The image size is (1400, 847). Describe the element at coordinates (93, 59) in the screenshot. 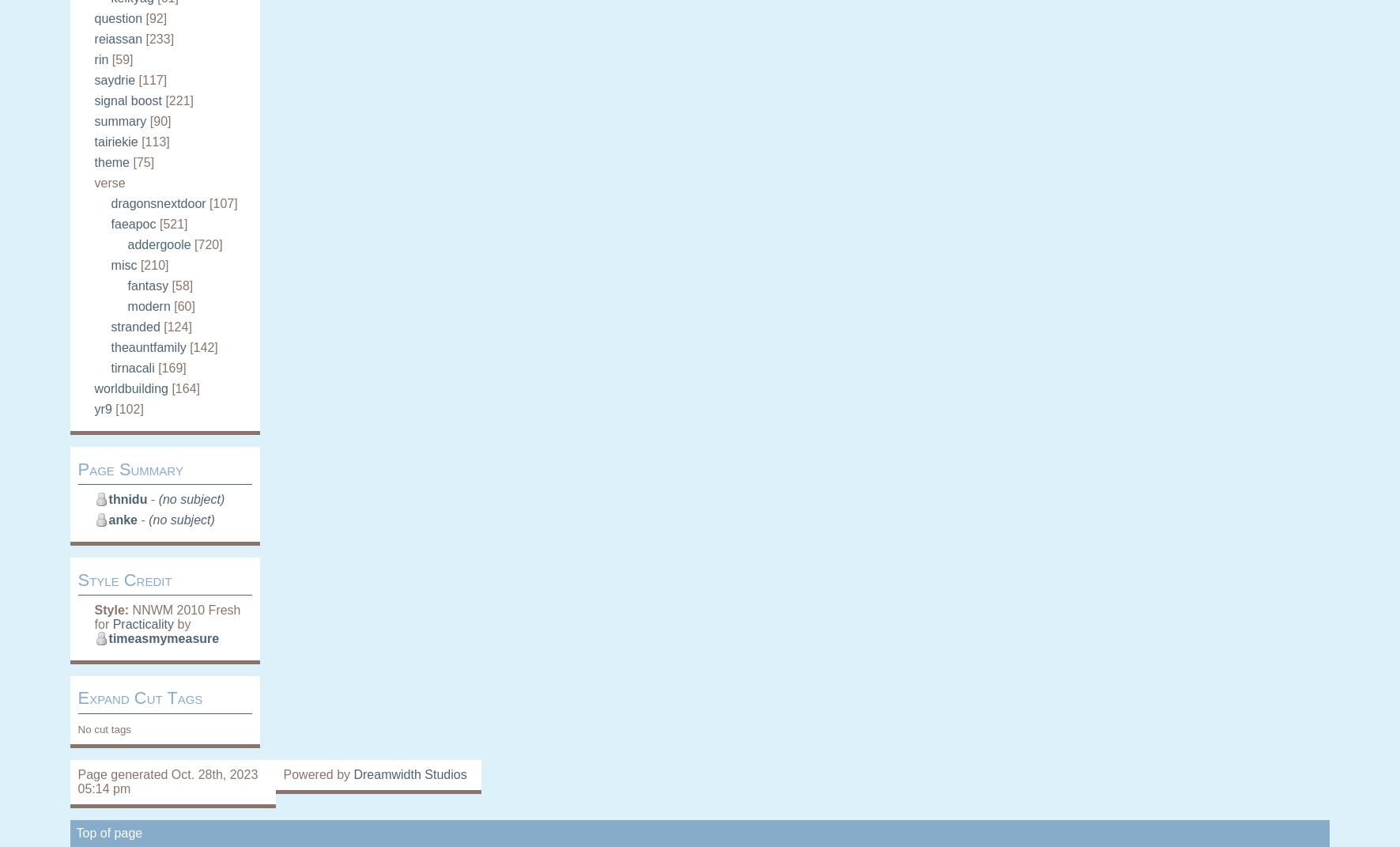

I see `'rin'` at that location.